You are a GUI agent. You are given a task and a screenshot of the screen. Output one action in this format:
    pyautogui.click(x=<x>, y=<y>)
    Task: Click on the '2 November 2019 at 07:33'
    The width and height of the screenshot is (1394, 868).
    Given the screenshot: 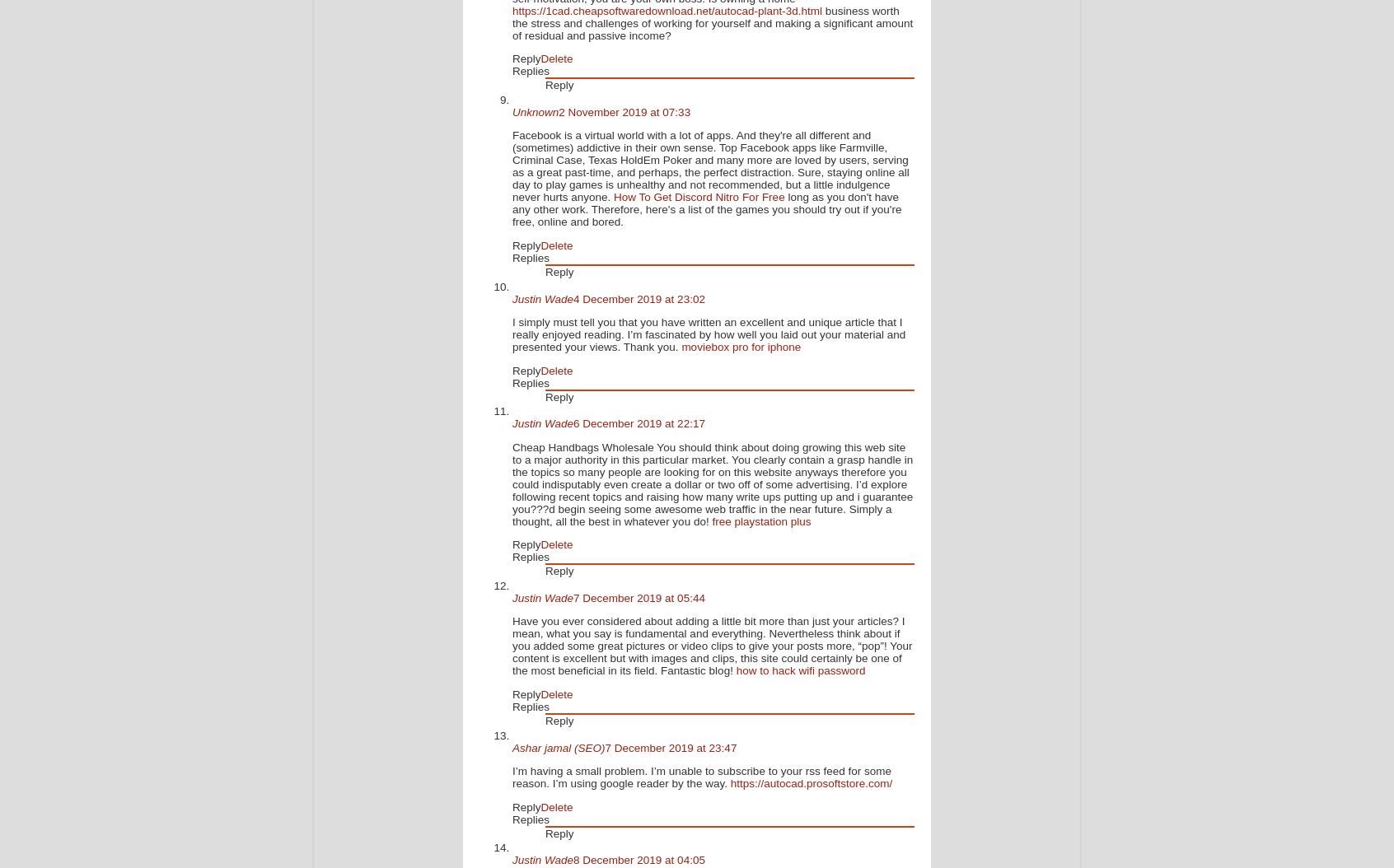 What is the action you would take?
    pyautogui.click(x=624, y=111)
    